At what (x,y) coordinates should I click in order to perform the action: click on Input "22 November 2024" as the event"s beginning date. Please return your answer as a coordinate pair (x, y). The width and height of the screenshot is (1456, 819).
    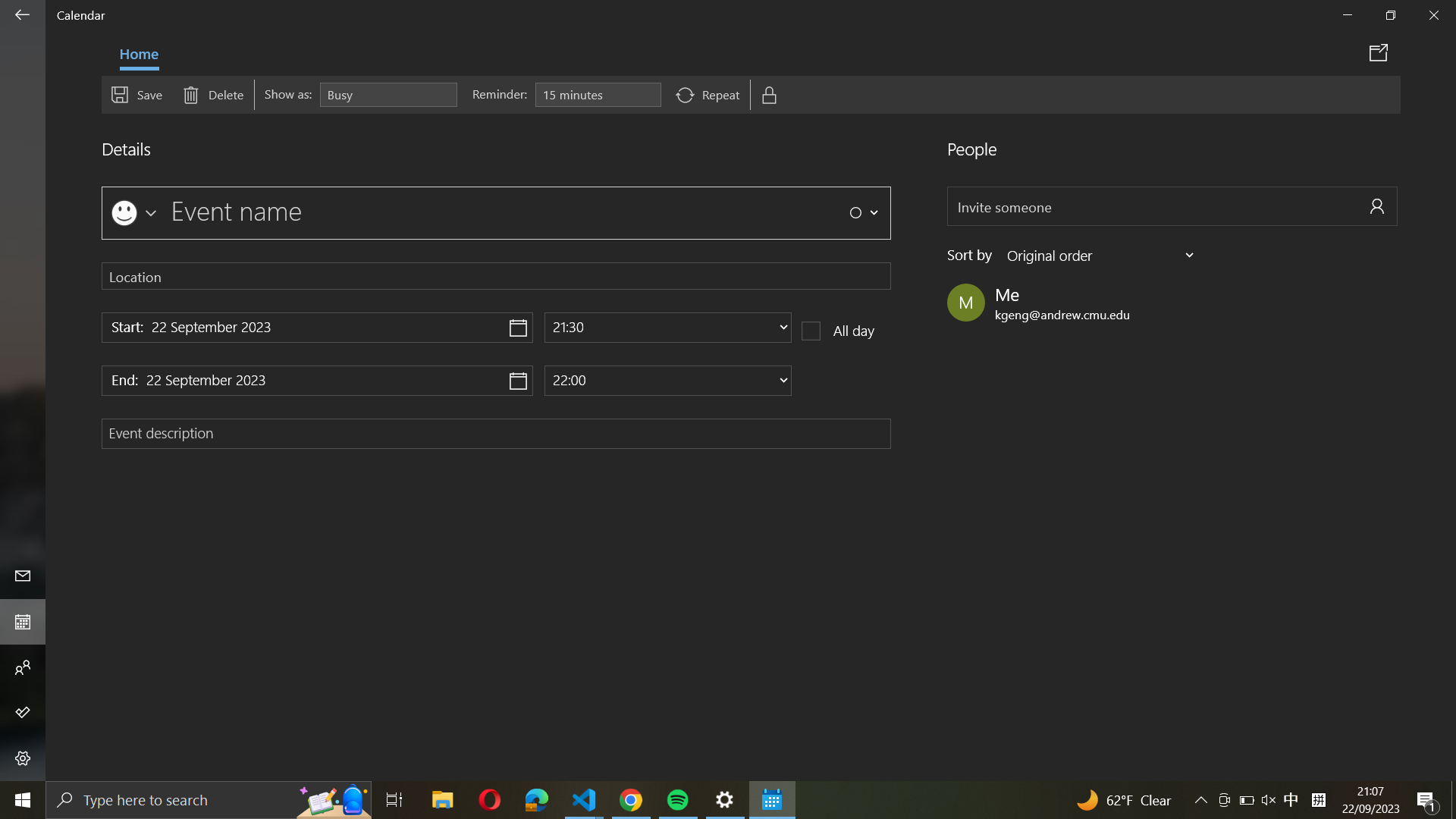
    Looking at the image, I should click on (316, 327).